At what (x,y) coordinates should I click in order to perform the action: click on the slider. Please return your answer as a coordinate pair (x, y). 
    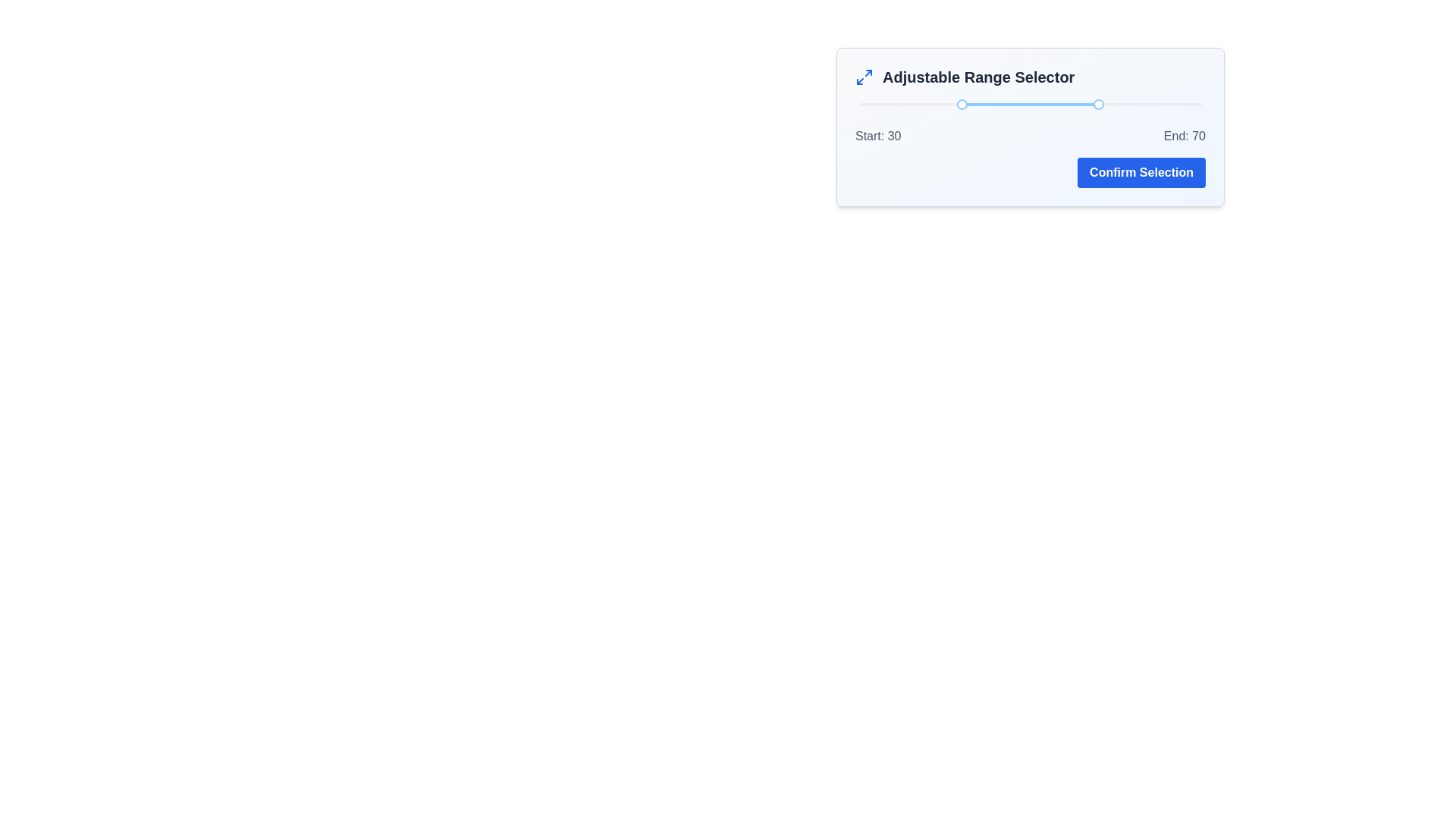
    Looking at the image, I should click on (1048, 104).